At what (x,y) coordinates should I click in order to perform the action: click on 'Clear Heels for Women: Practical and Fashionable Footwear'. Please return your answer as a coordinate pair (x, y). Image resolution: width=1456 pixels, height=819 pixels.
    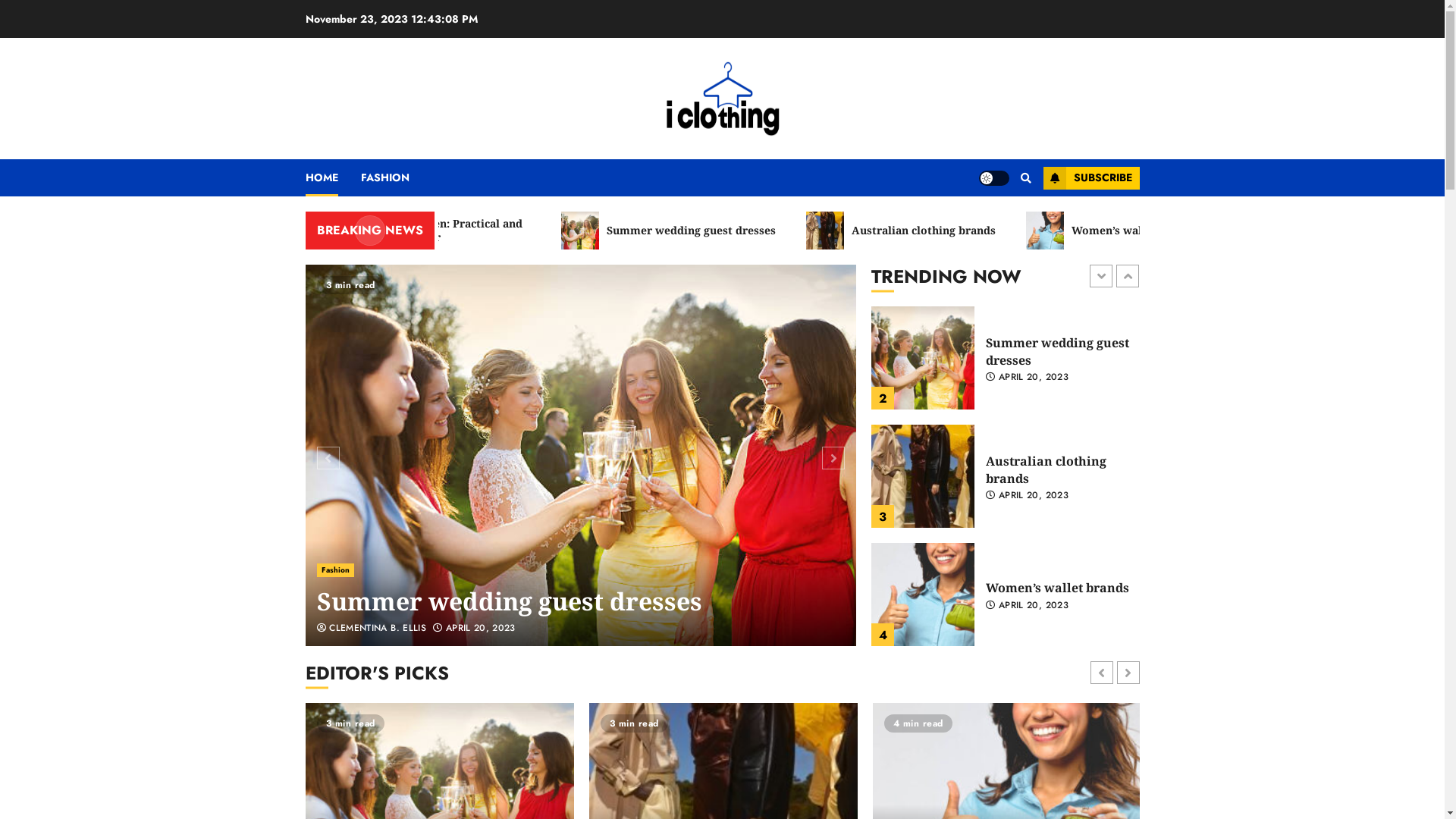
    Looking at the image, I should click on (922, 357).